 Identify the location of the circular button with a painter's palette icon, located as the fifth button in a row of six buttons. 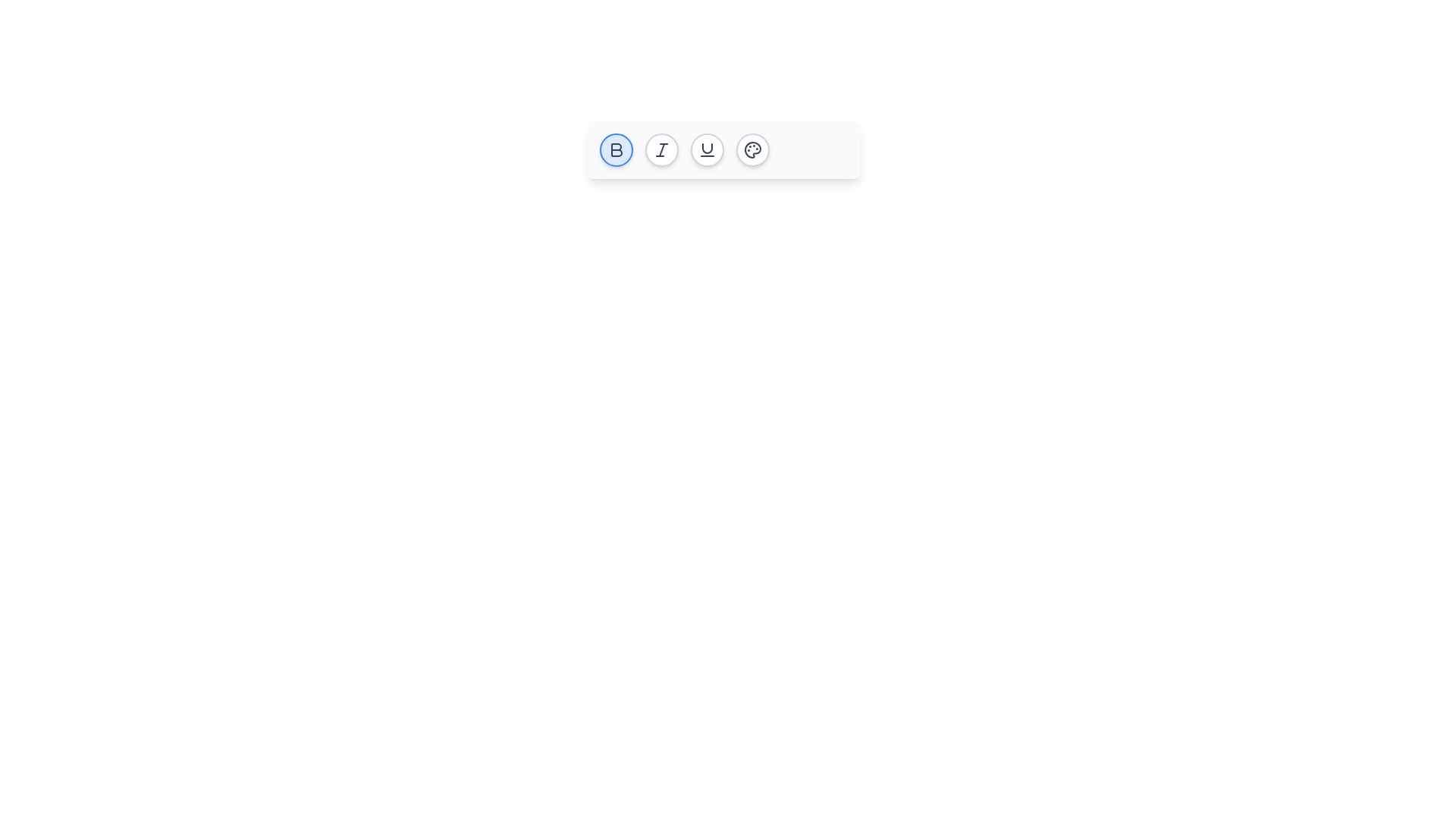
(753, 149).